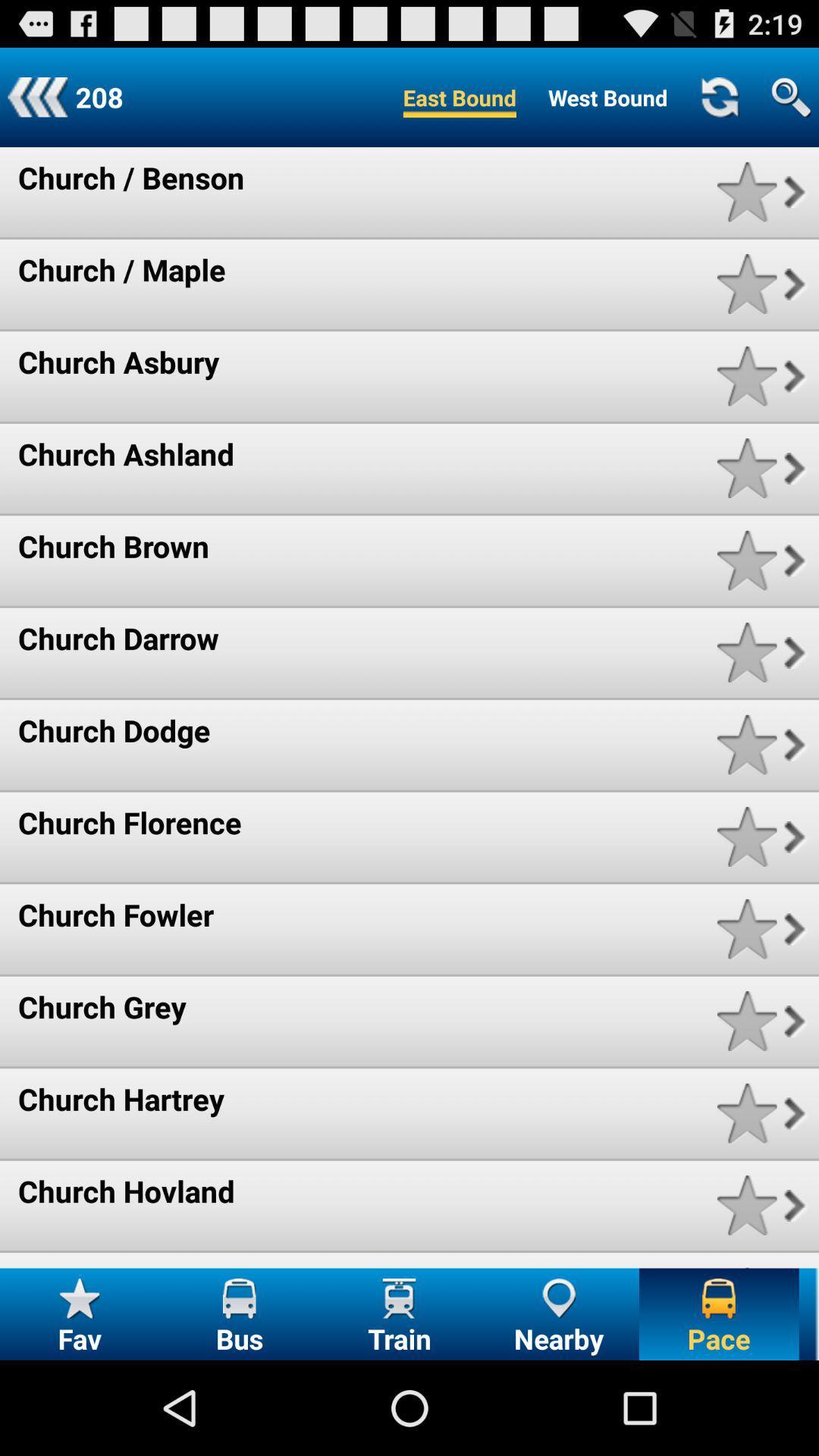 The image size is (819, 1456). What do you see at coordinates (36, 103) in the screenshot?
I see `the av_rewind icon` at bounding box center [36, 103].